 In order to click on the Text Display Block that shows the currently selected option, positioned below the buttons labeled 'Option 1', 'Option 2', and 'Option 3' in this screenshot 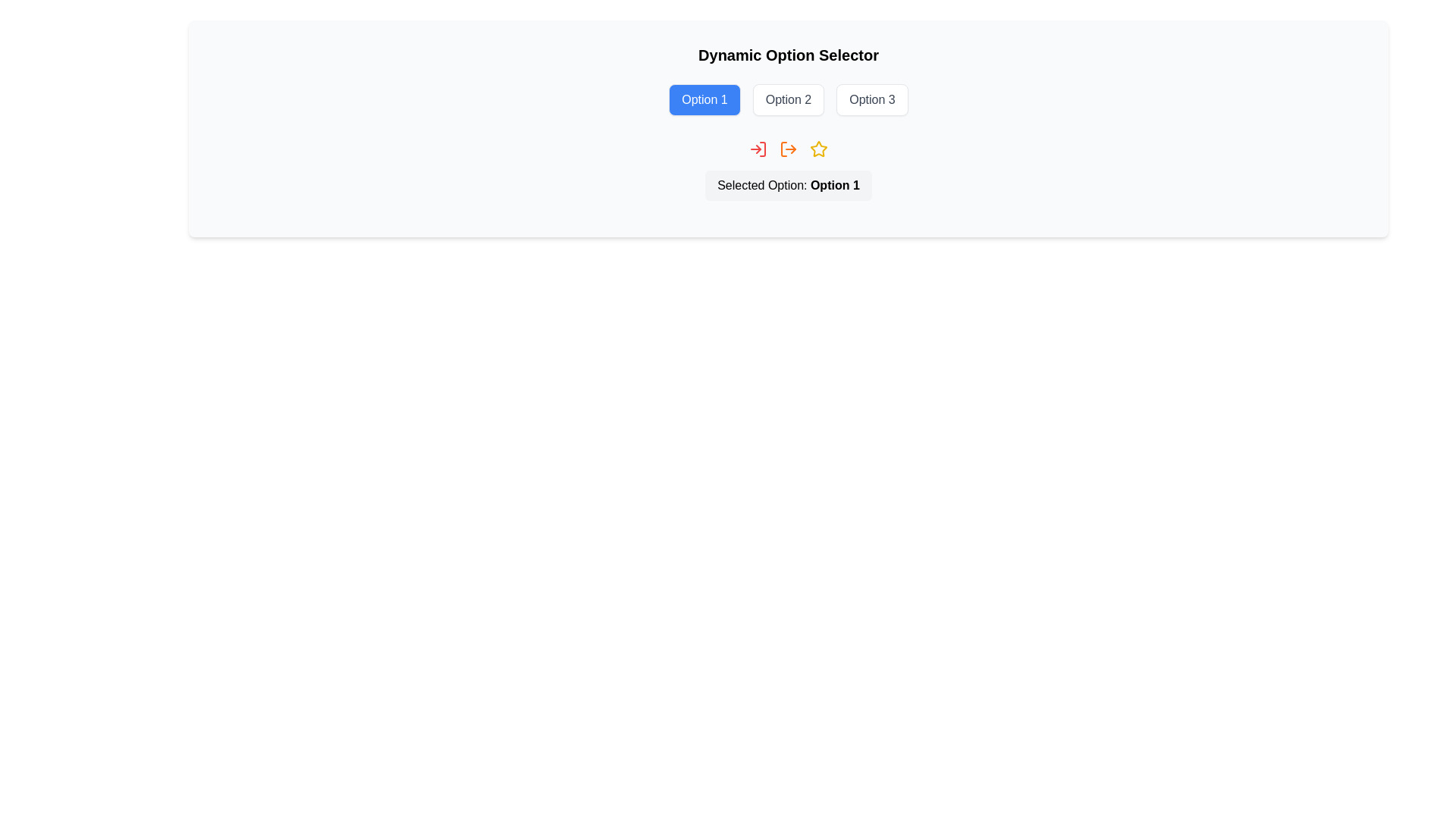, I will do `click(789, 185)`.